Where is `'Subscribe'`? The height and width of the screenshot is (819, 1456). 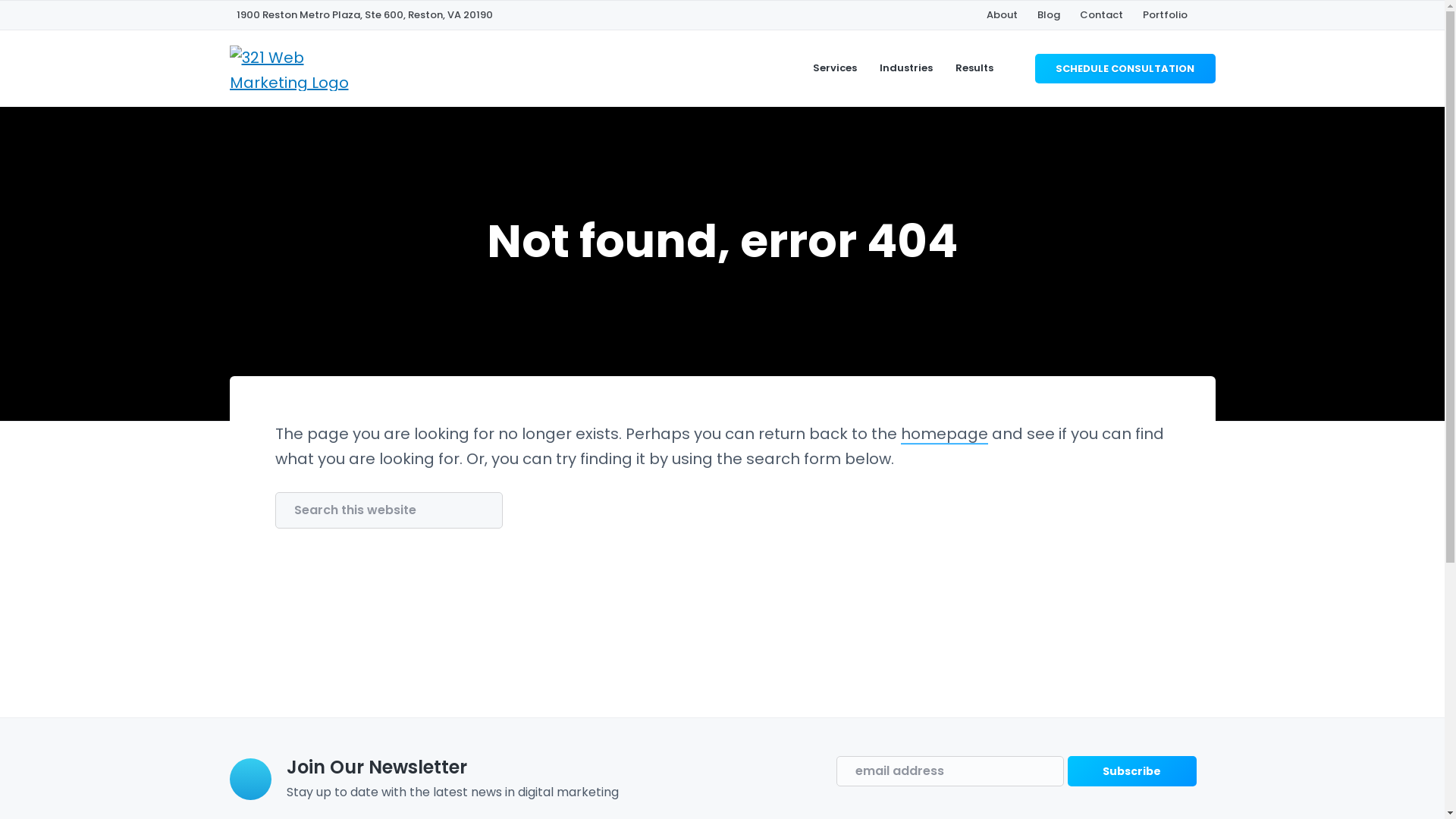 'Subscribe' is located at coordinates (1066, 771).